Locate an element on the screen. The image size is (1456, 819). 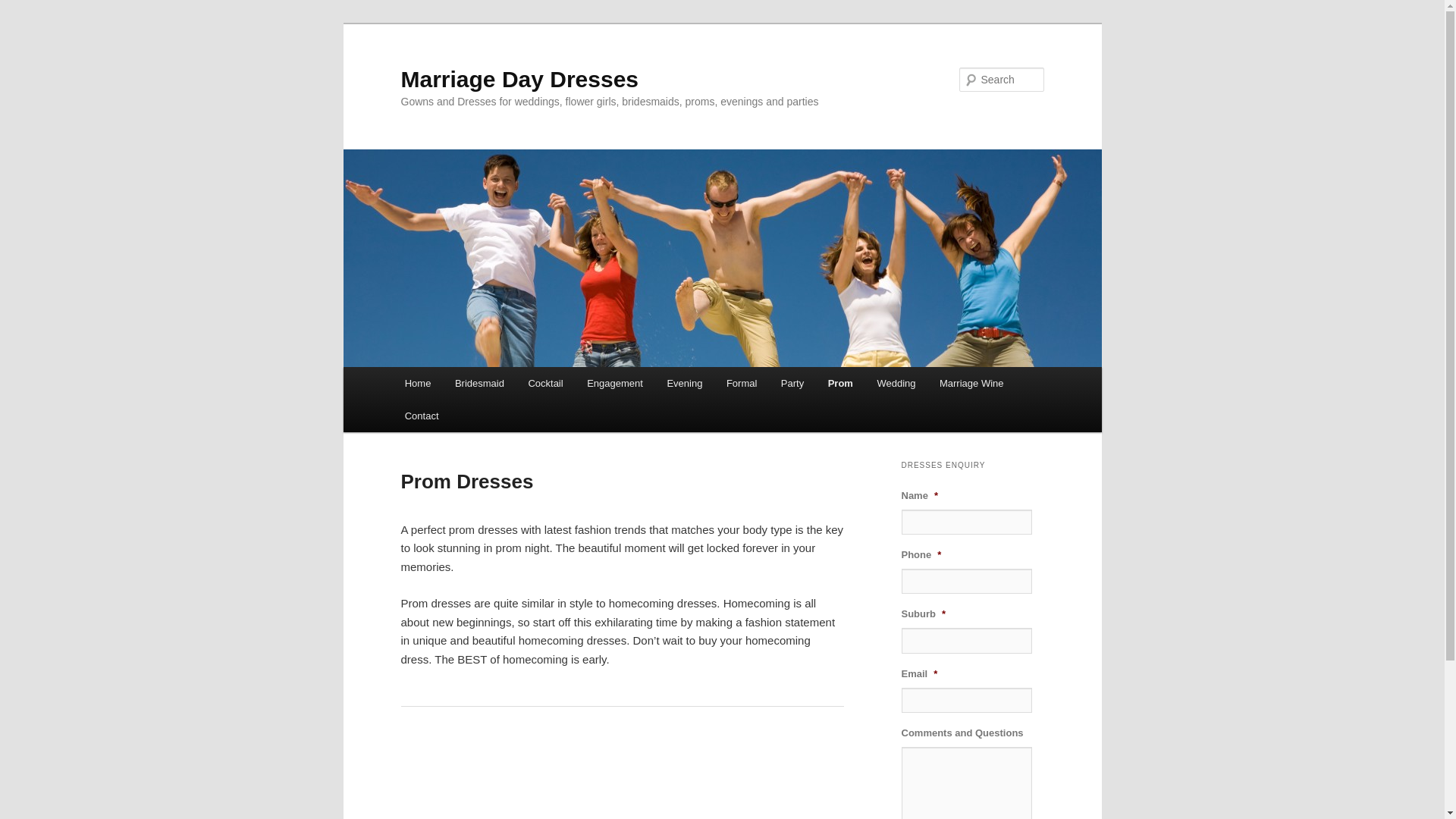
'Bridesmaid' is located at coordinates (479, 382).